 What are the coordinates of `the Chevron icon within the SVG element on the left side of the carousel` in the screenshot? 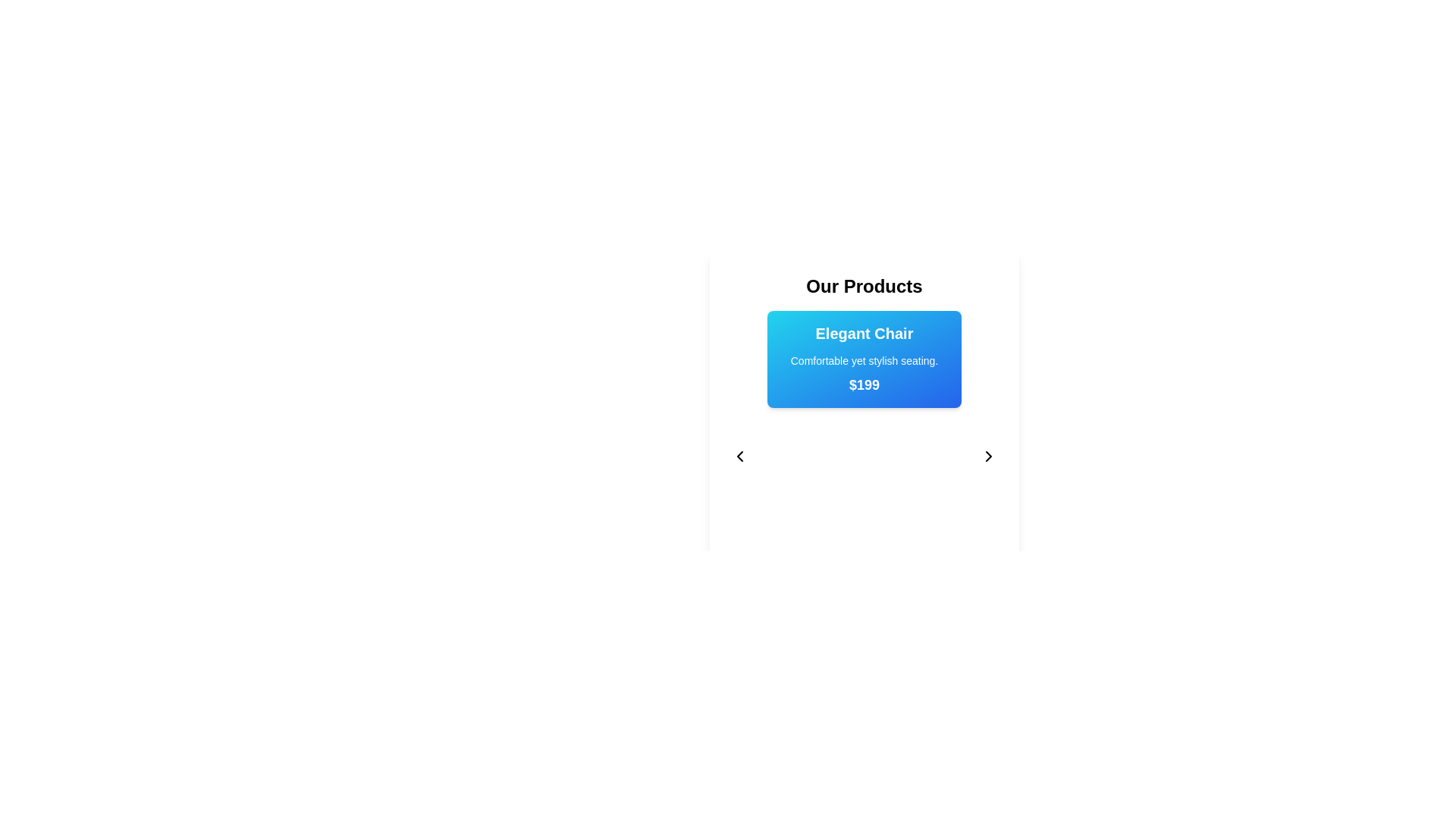 It's located at (739, 455).